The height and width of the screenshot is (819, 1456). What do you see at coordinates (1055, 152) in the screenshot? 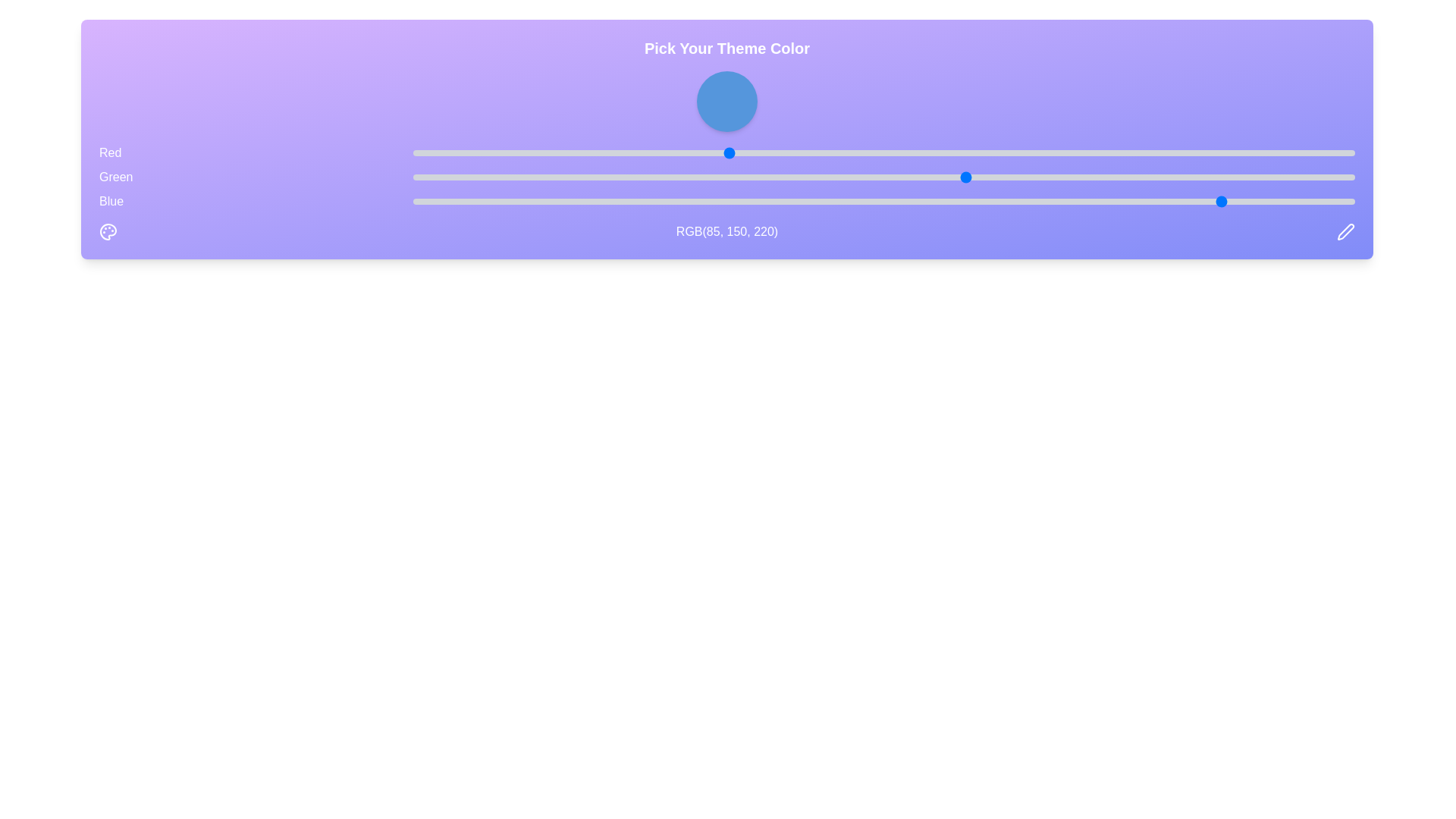
I see `the 'red' color intensity` at bounding box center [1055, 152].